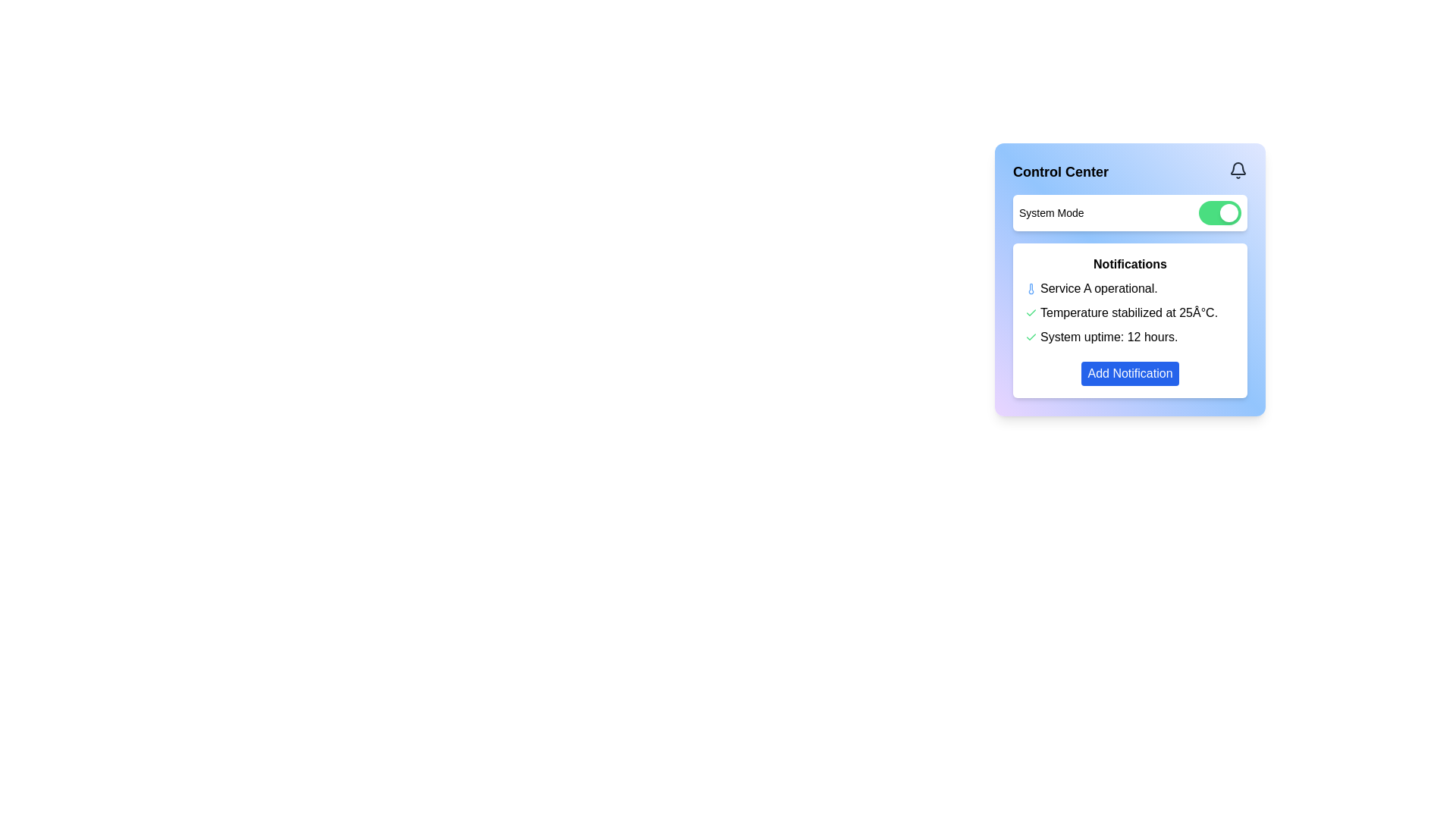 This screenshot has width=1456, height=819. I want to click on the circular toggle knob component of the toggle switch located, so click(1229, 213).